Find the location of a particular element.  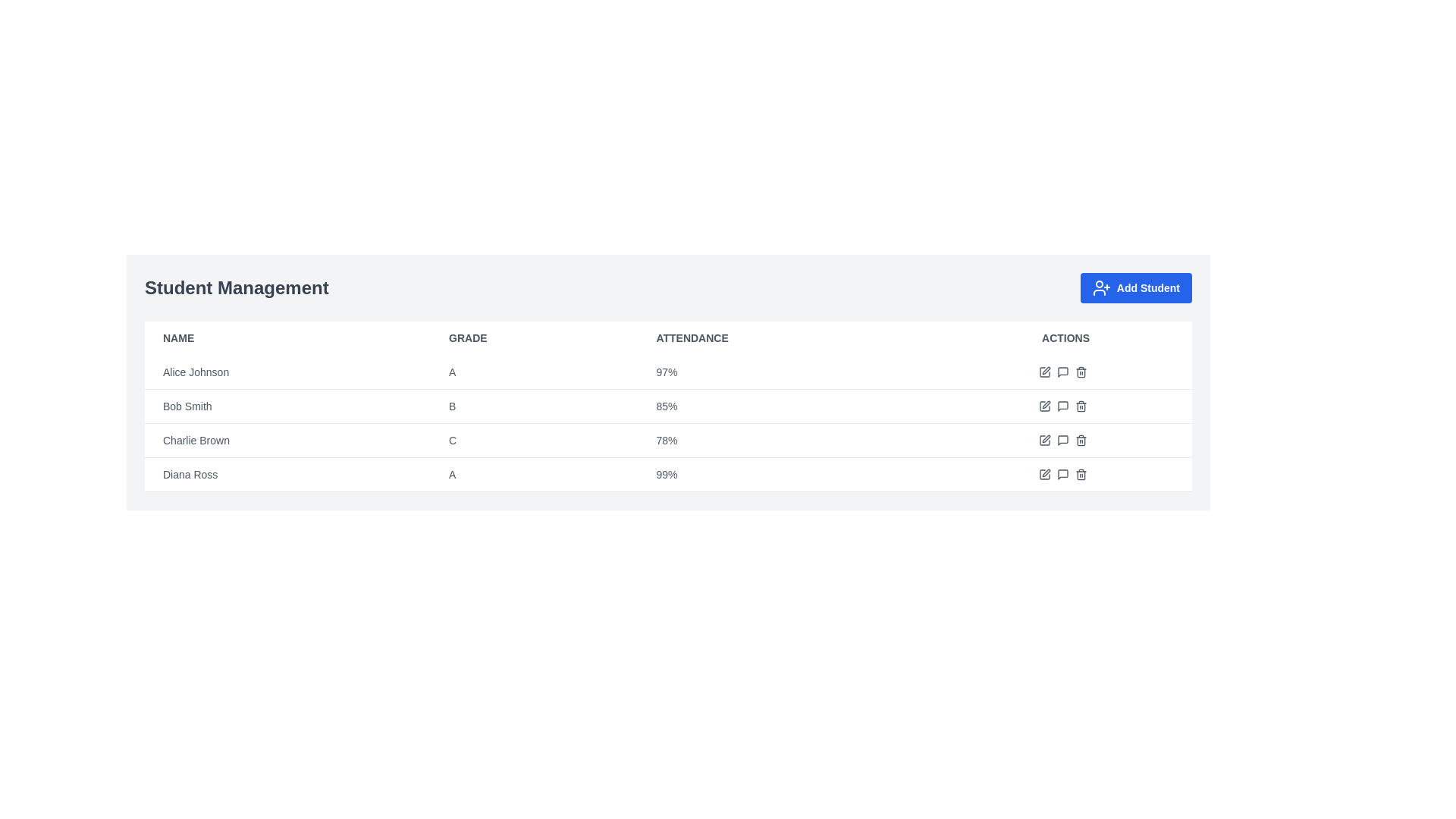

the comment/message icon located in the last row of the table under the 'Actions' column, positioned between the pencil icon and the trash bin icon is located at coordinates (1062, 473).